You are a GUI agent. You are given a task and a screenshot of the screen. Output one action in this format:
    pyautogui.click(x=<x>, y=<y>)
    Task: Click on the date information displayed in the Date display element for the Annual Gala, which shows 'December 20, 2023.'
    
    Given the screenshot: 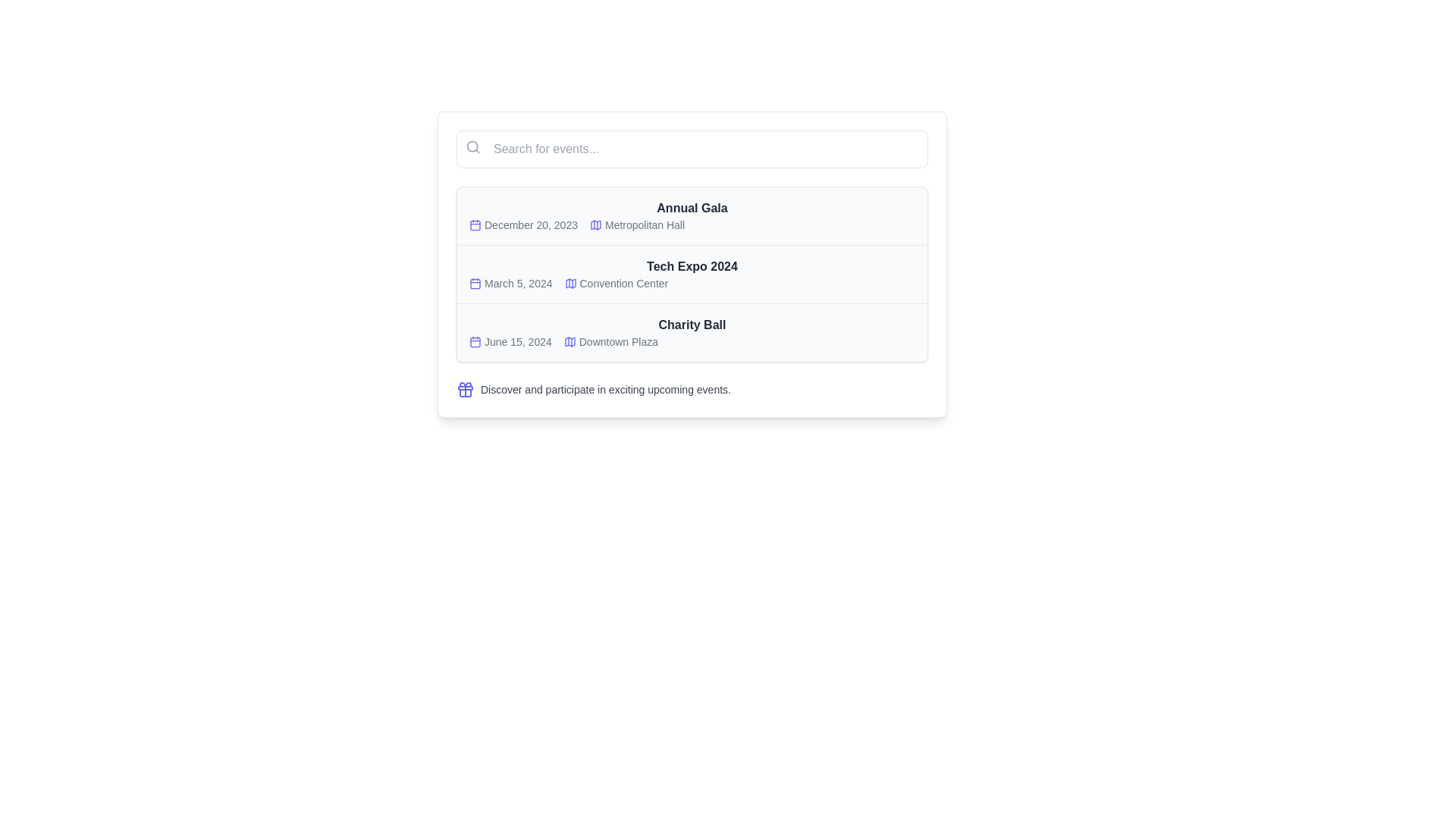 What is the action you would take?
    pyautogui.click(x=523, y=225)
    